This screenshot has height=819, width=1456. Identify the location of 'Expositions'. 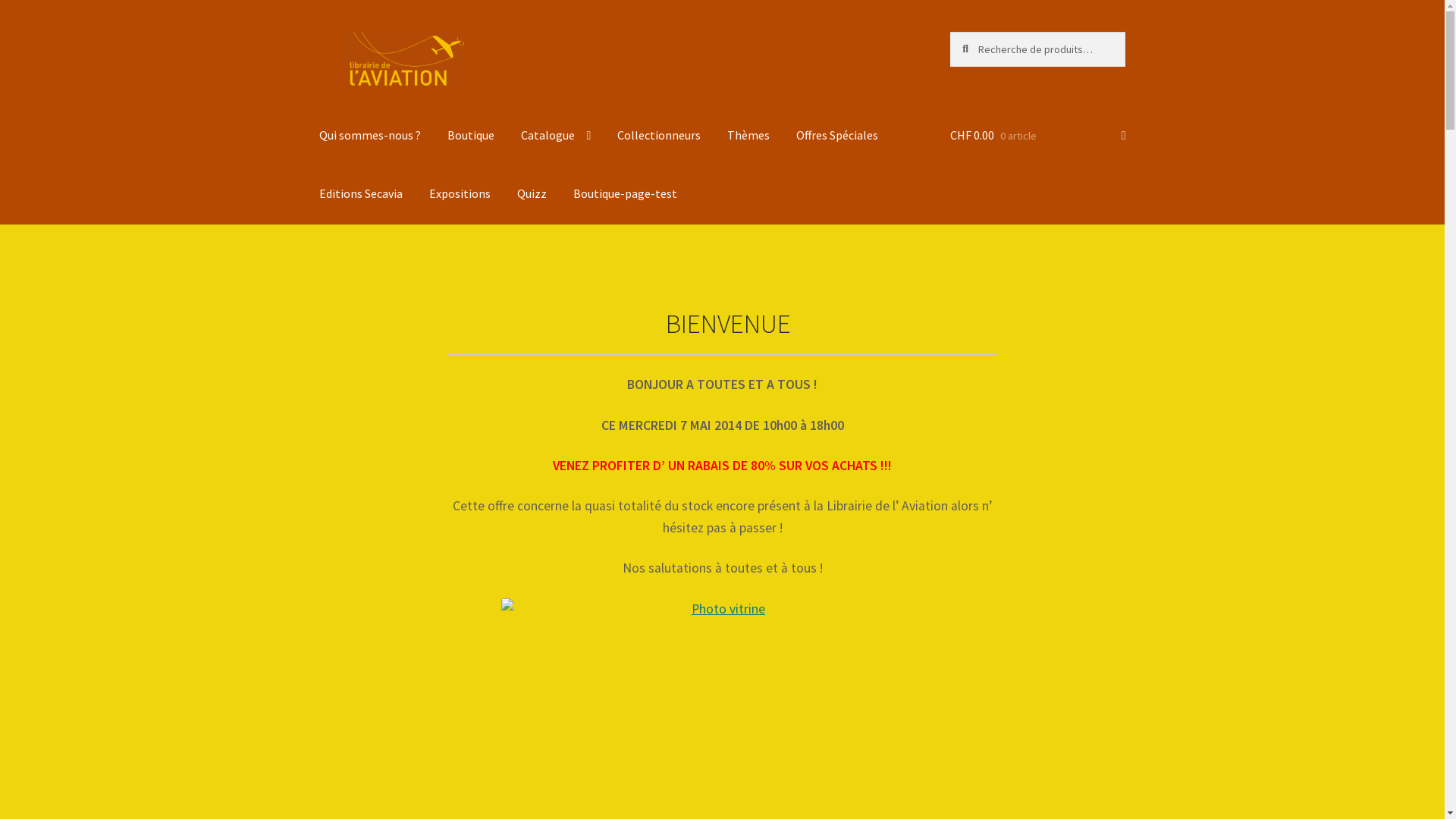
(459, 193).